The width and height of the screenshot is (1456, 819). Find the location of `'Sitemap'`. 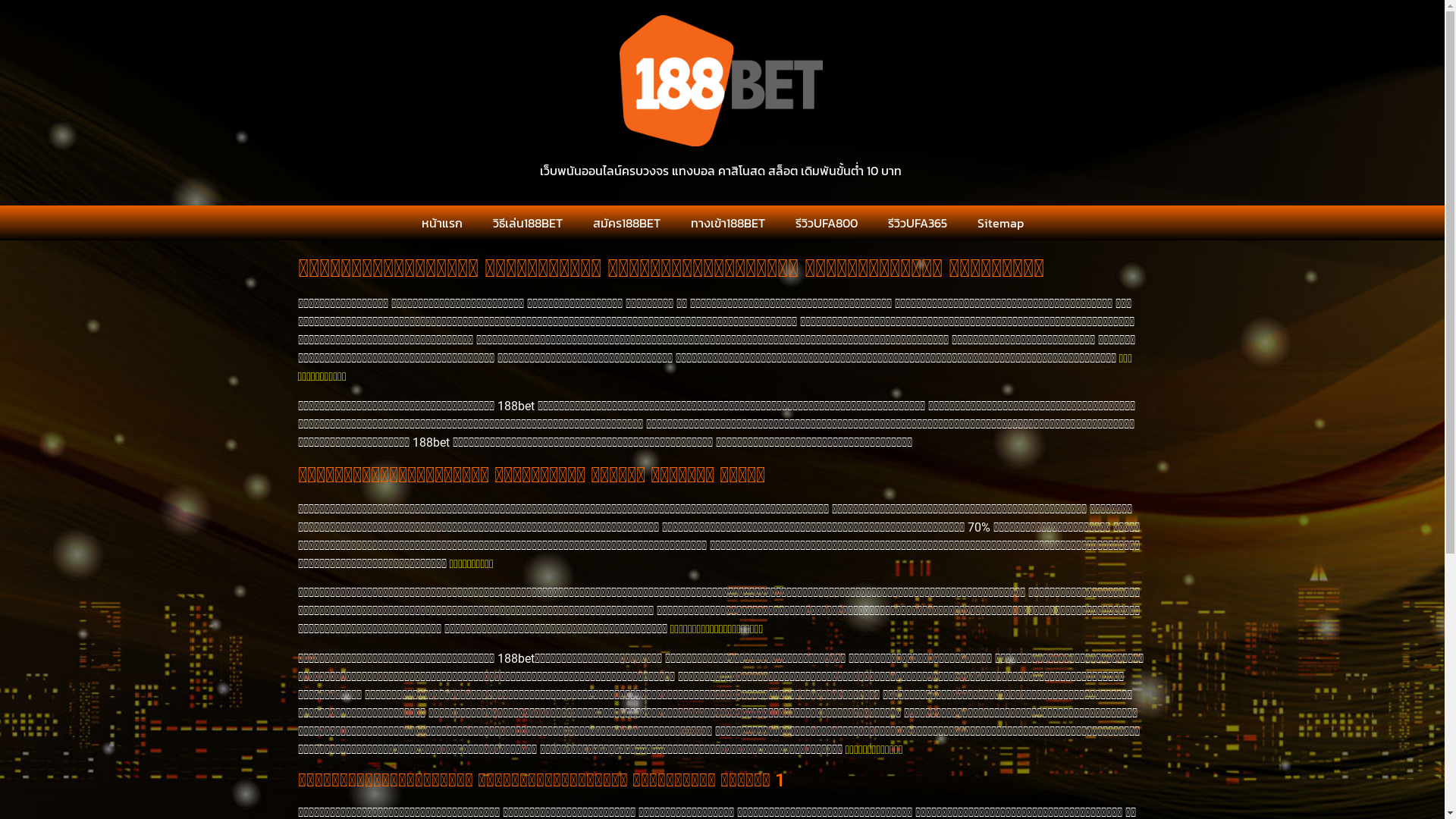

'Sitemap' is located at coordinates (999, 222).